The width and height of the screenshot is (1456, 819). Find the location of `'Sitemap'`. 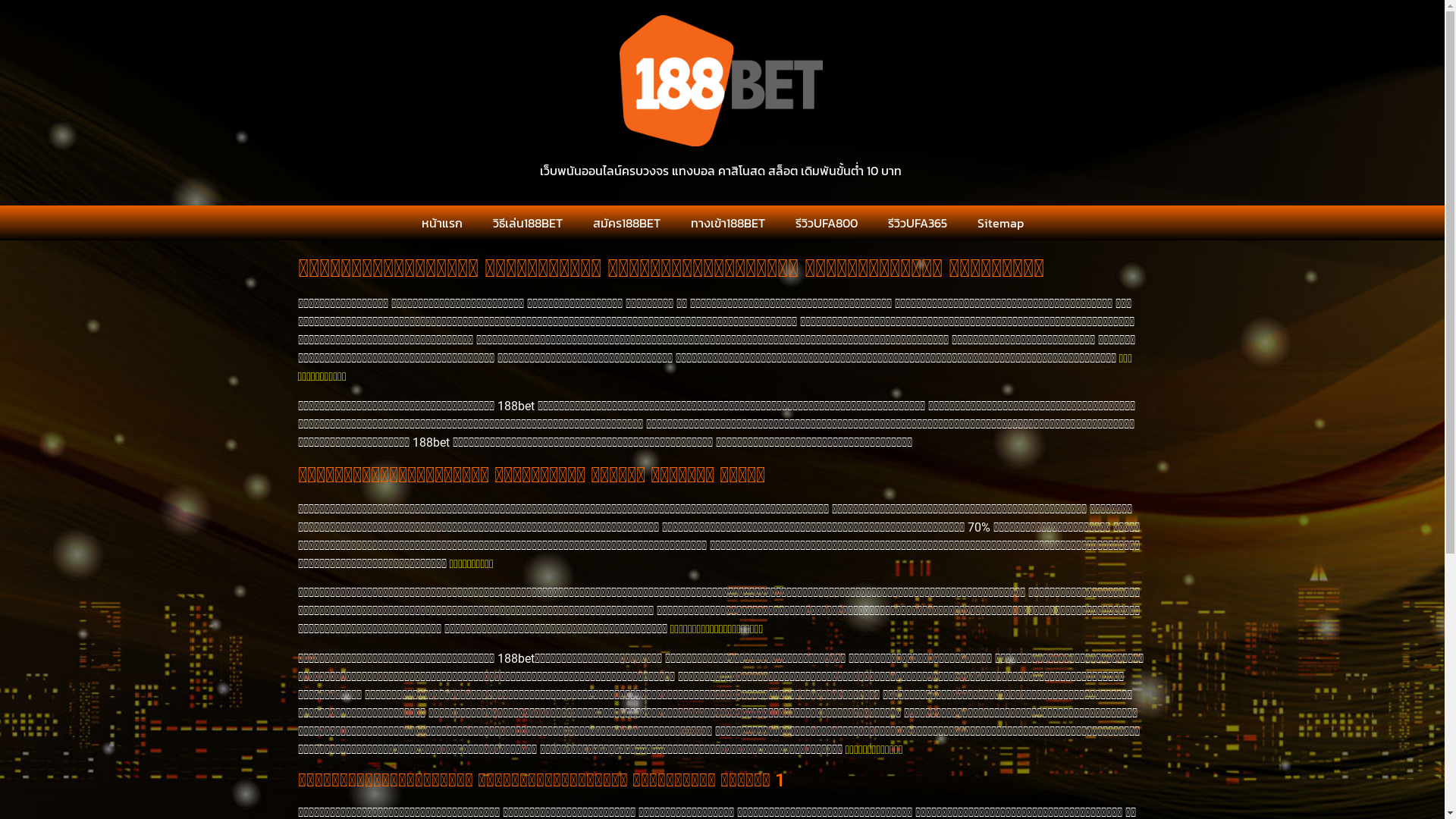

'Sitemap' is located at coordinates (999, 222).